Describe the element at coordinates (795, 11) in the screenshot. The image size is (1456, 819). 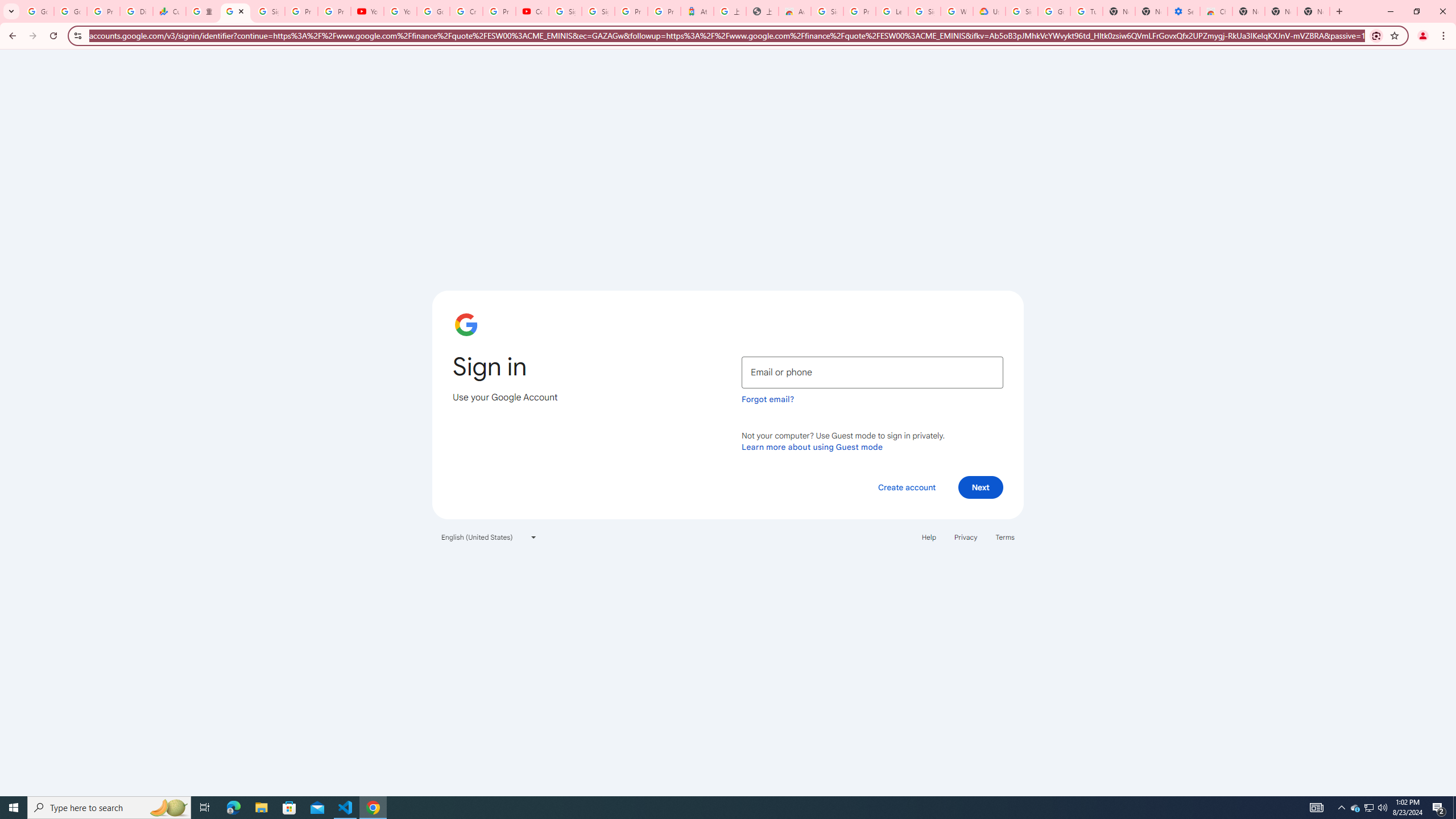
I see `'Awesome Screen Recorder & Screenshot - Chrome Web Store'` at that location.